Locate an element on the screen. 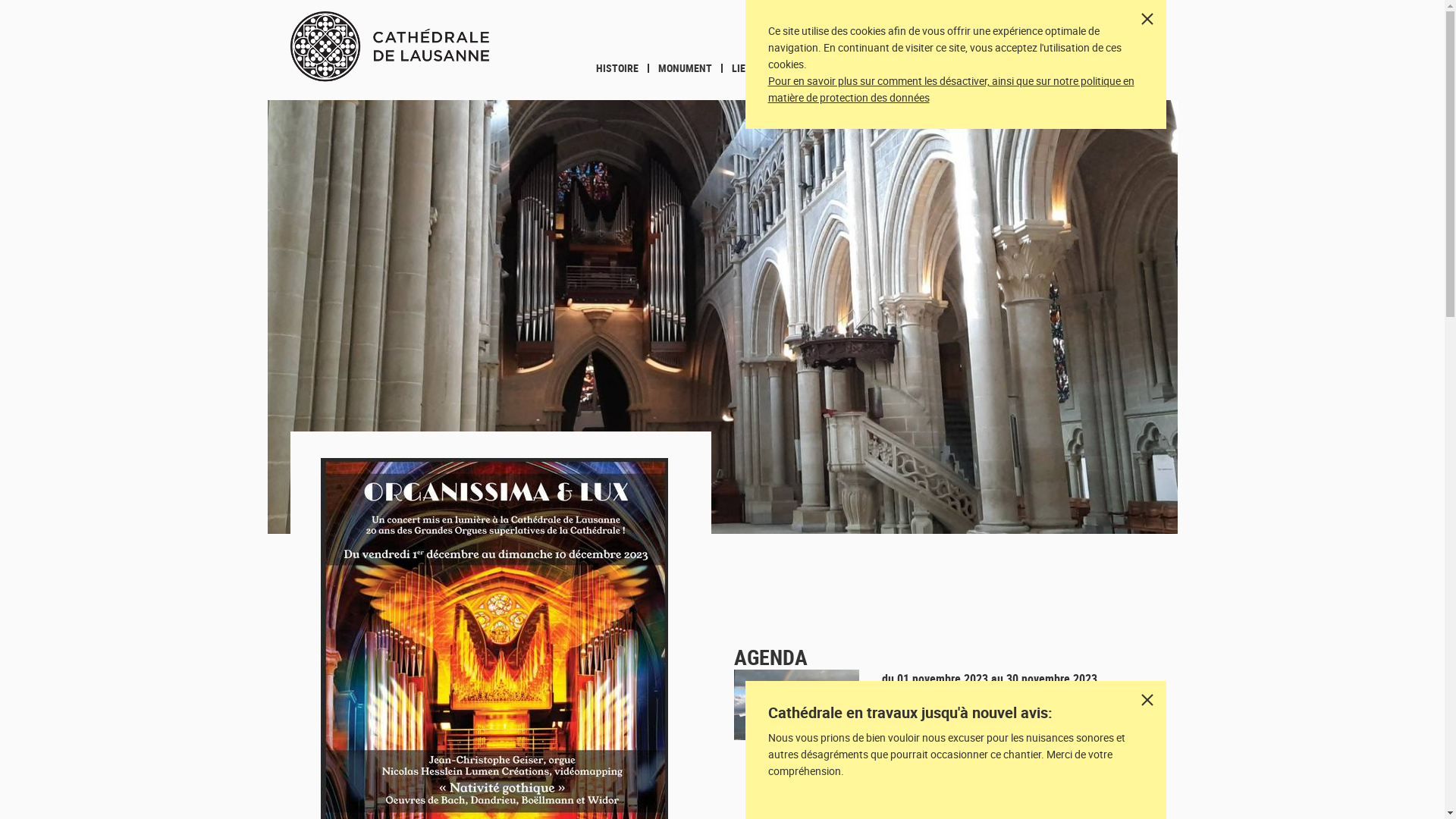  'HISTOIRE' is located at coordinates (617, 67).